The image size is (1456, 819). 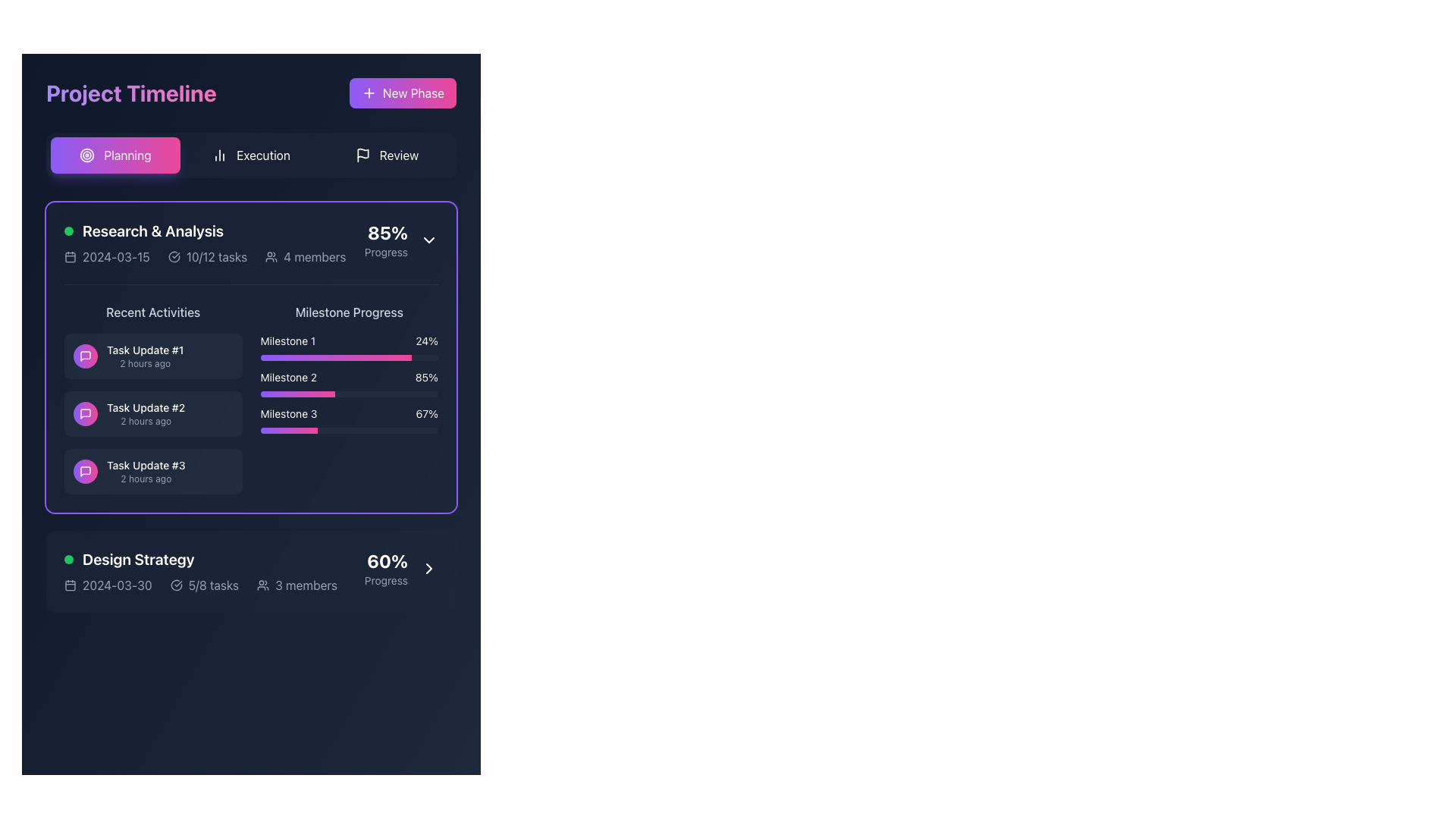 What do you see at coordinates (68, 231) in the screenshot?
I see `the small circular green indicator located to the left of the 'Research & Analysis' label` at bounding box center [68, 231].